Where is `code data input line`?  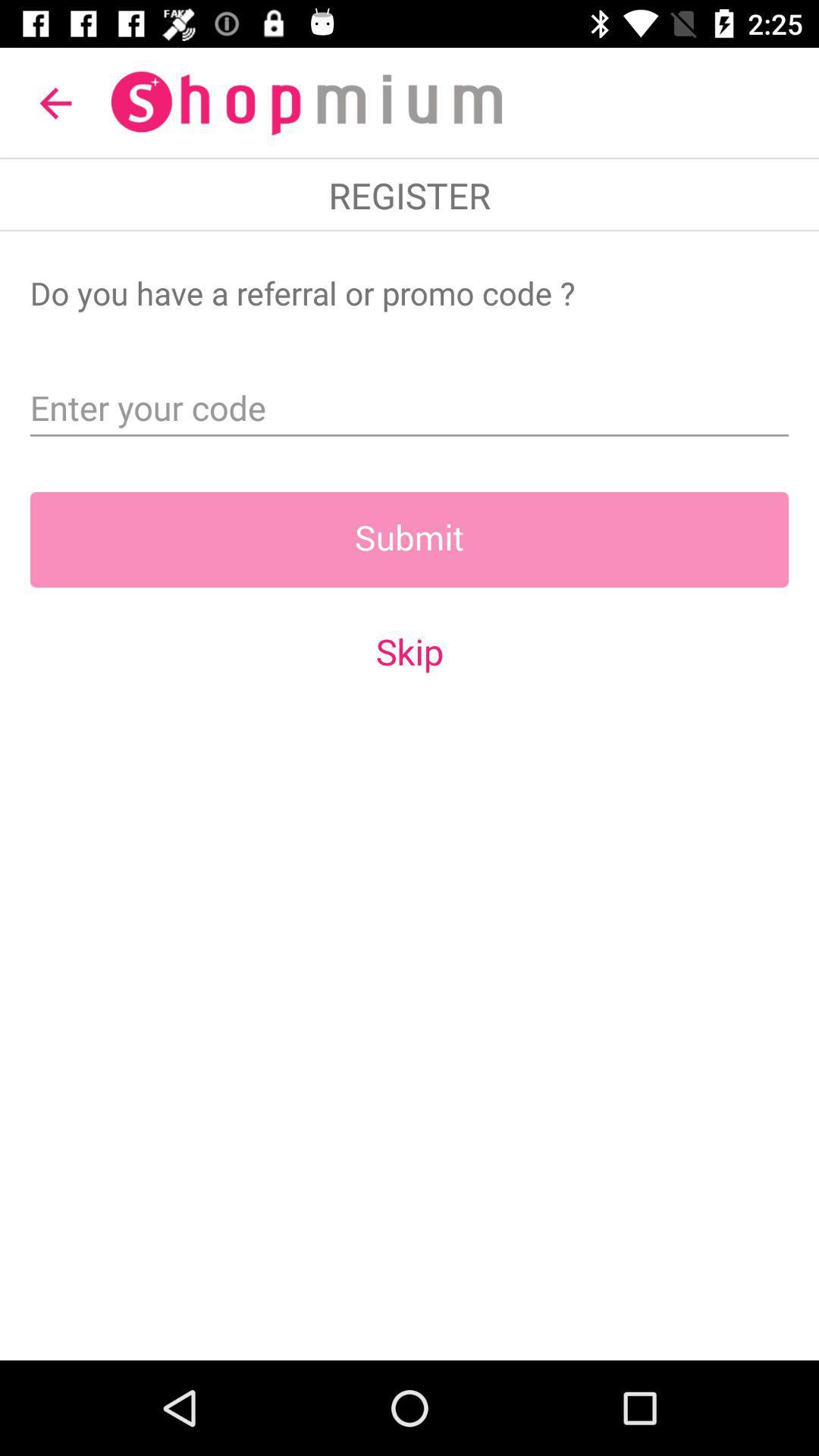
code data input line is located at coordinates (409, 403).